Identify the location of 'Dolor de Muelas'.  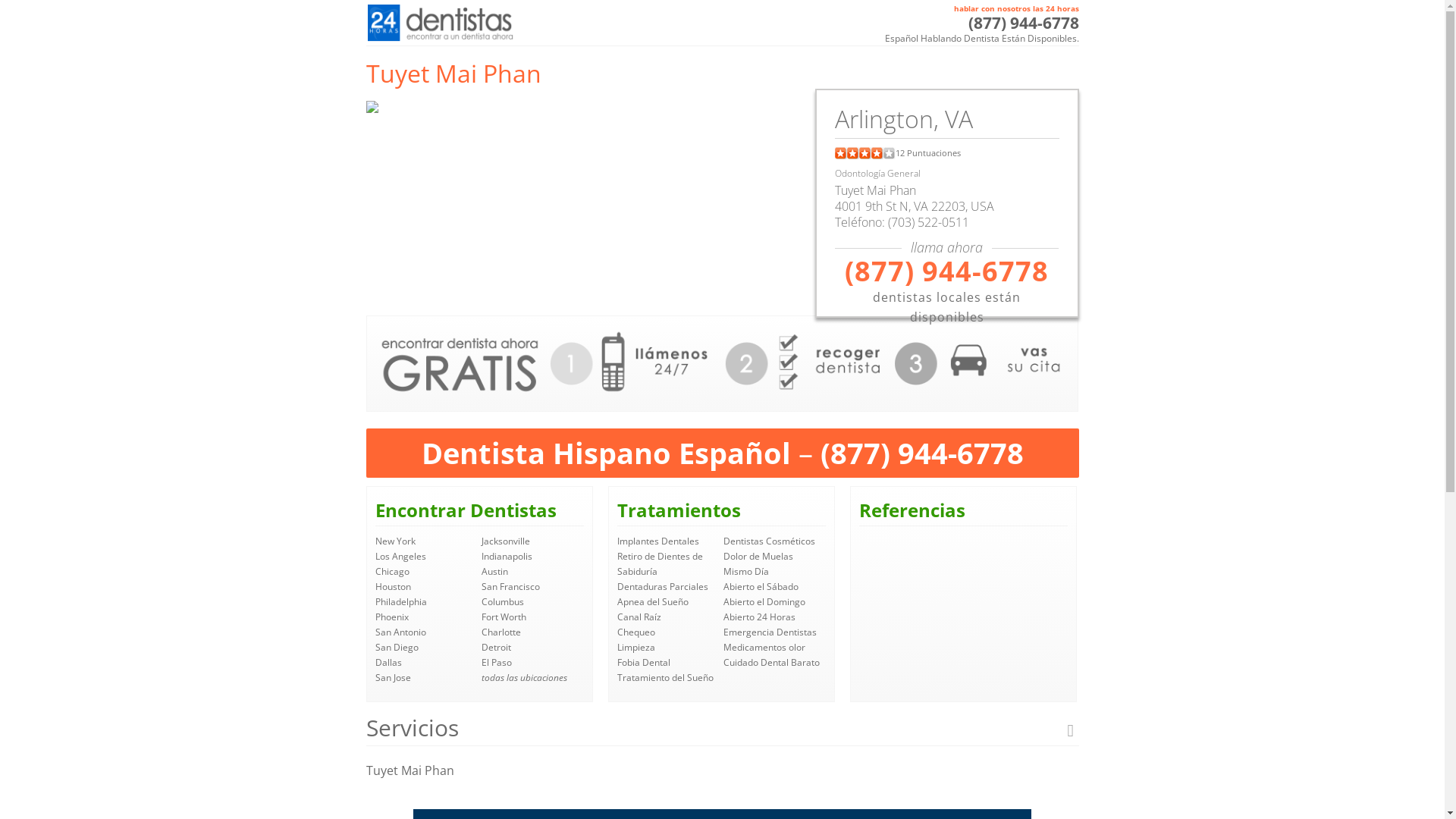
(758, 556).